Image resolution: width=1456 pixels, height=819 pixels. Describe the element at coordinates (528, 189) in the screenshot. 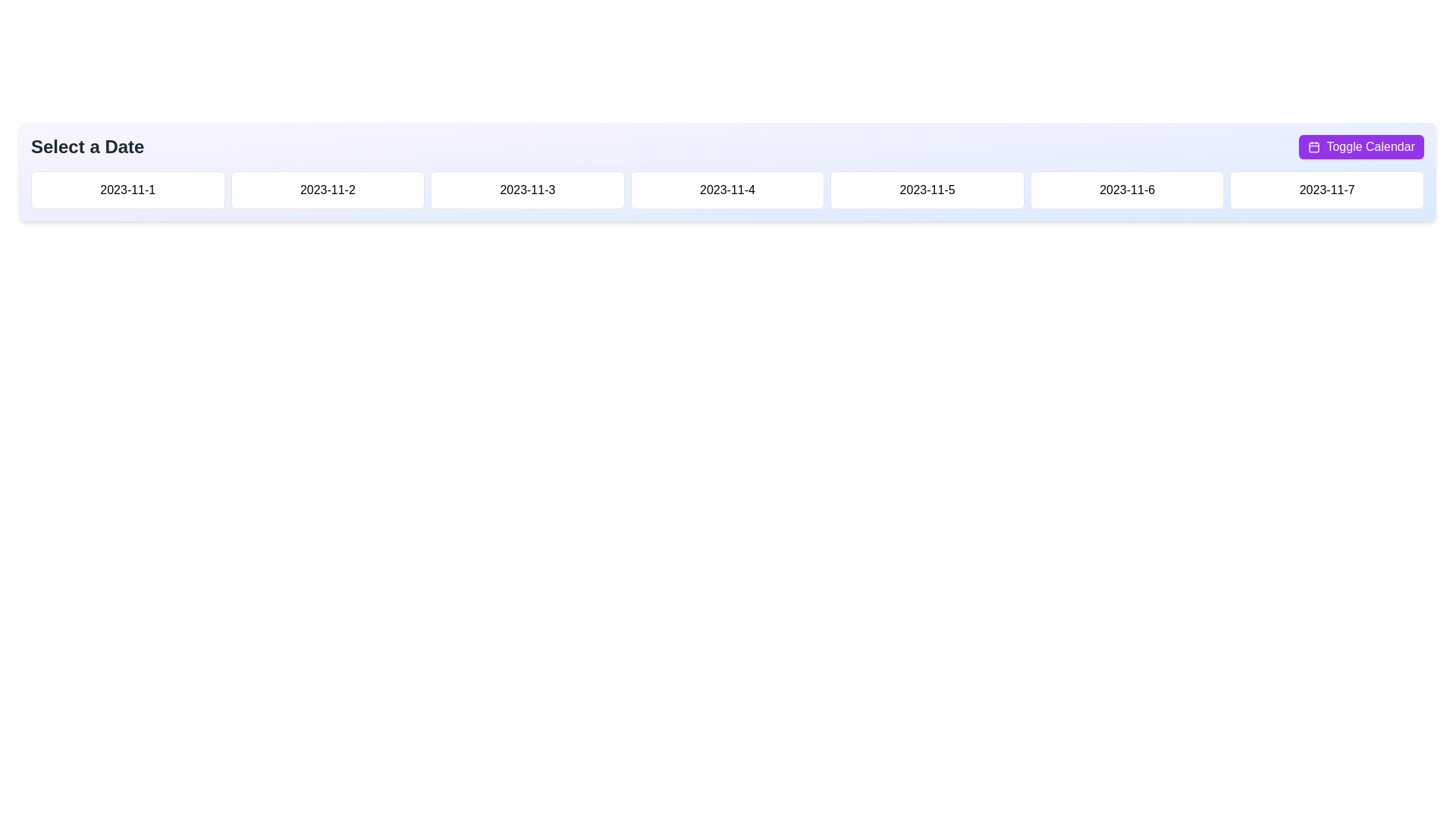

I see `the date button displaying '2023-11-3'` at that location.